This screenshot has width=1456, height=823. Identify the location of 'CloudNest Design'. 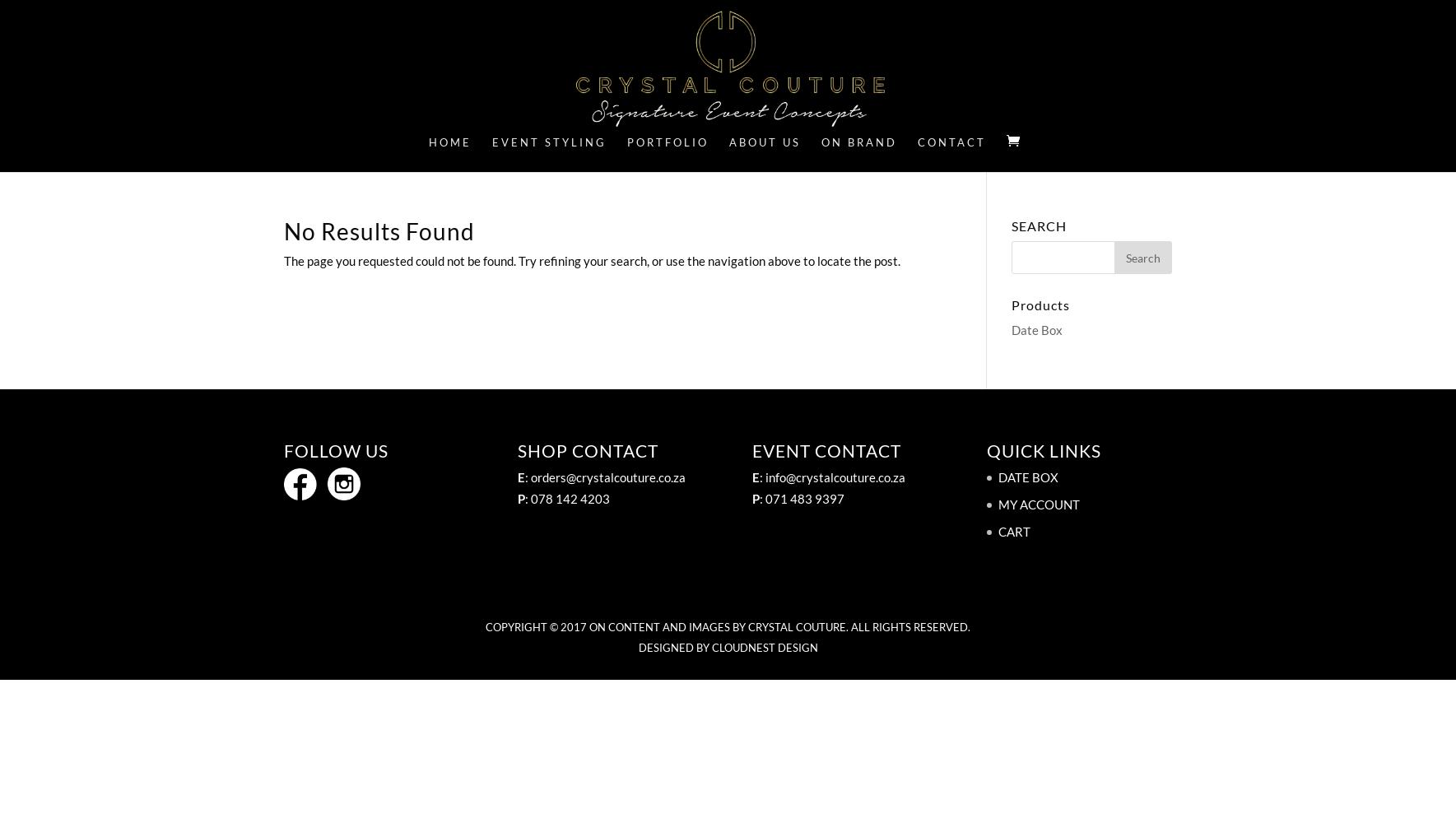
(764, 648).